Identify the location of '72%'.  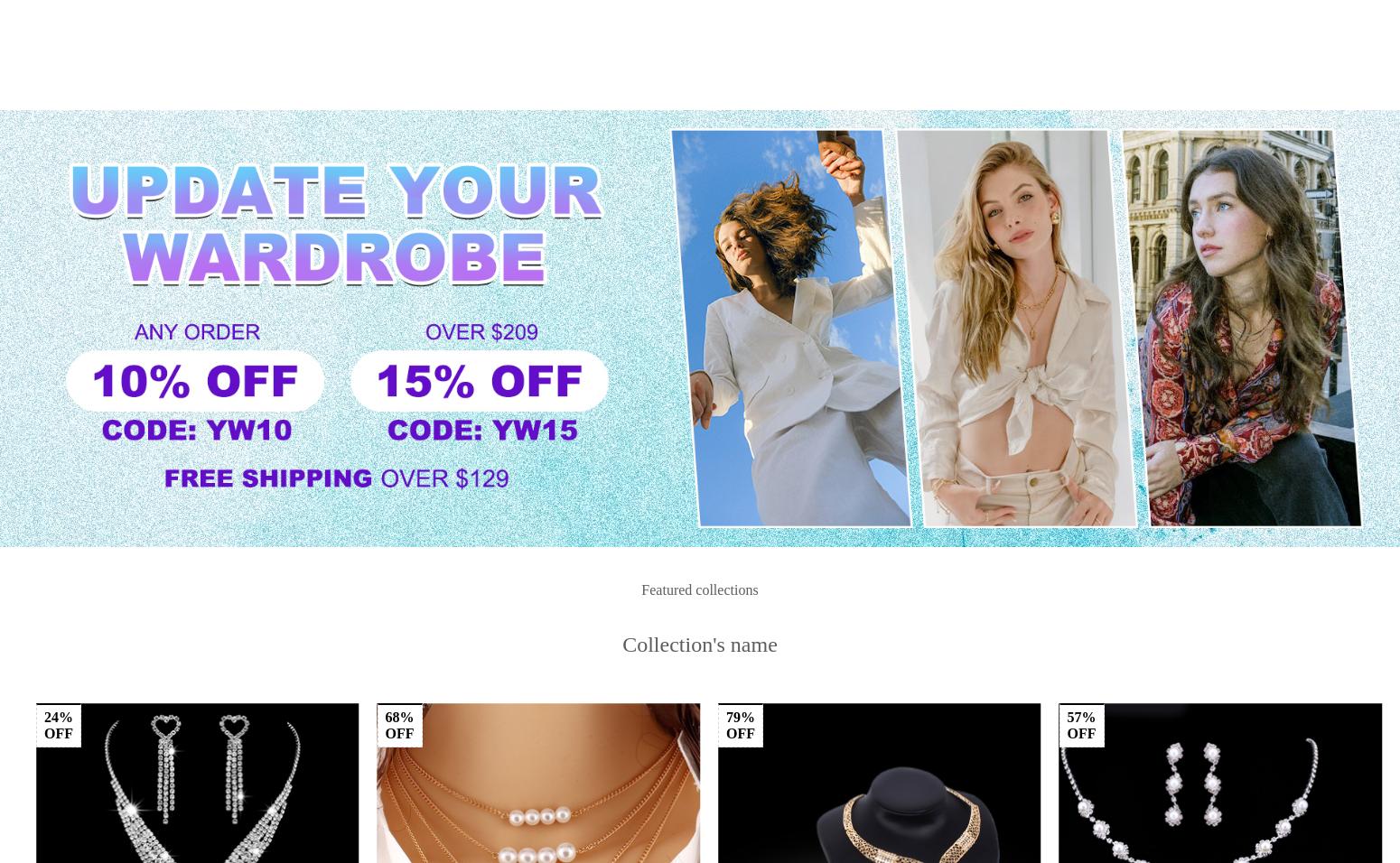
(739, 774).